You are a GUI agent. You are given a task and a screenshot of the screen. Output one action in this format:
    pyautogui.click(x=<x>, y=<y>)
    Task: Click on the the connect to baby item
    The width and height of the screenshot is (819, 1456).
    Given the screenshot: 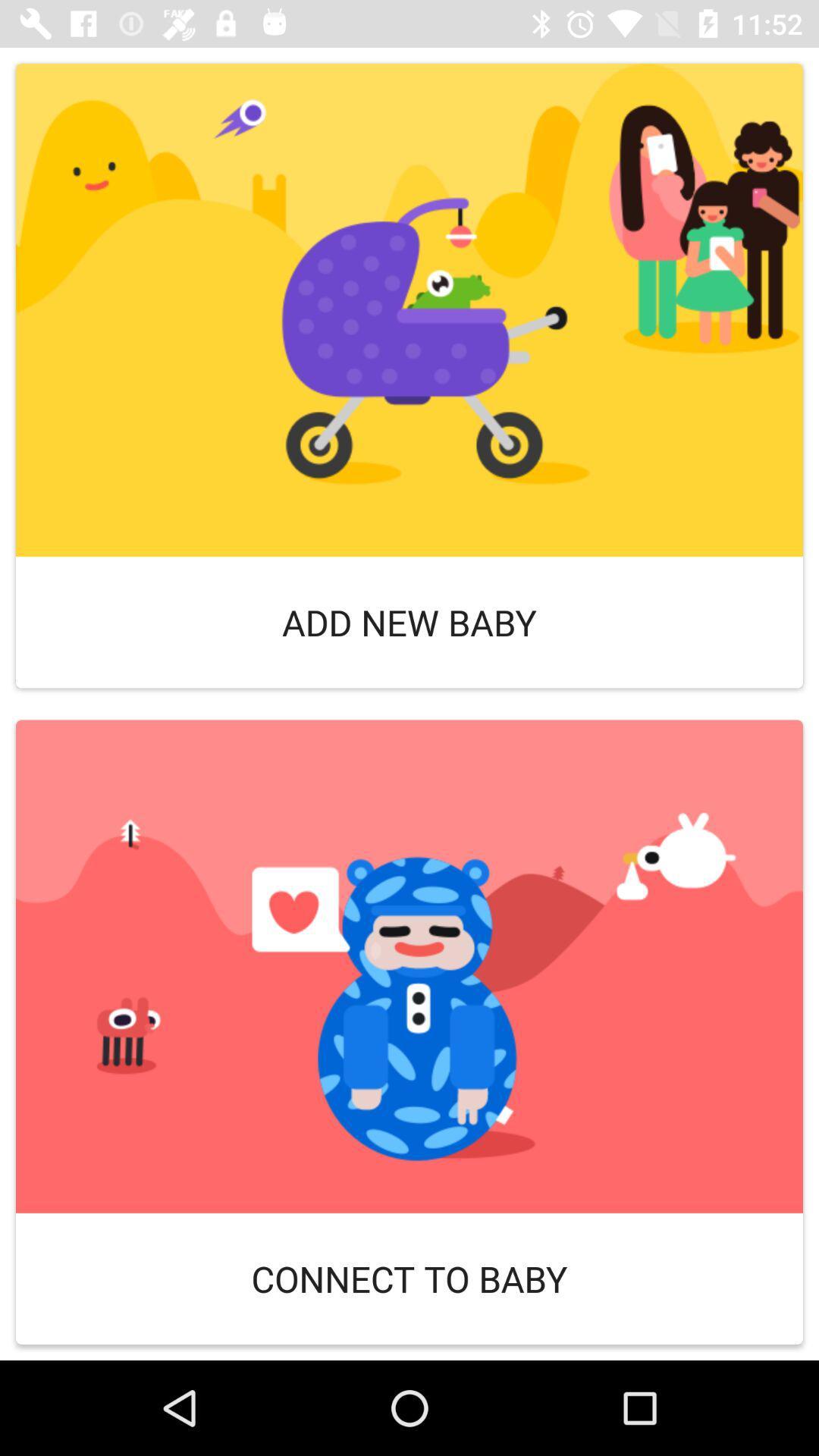 What is the action you would take?
    pyautogui.click(x=409, y=1278)
    